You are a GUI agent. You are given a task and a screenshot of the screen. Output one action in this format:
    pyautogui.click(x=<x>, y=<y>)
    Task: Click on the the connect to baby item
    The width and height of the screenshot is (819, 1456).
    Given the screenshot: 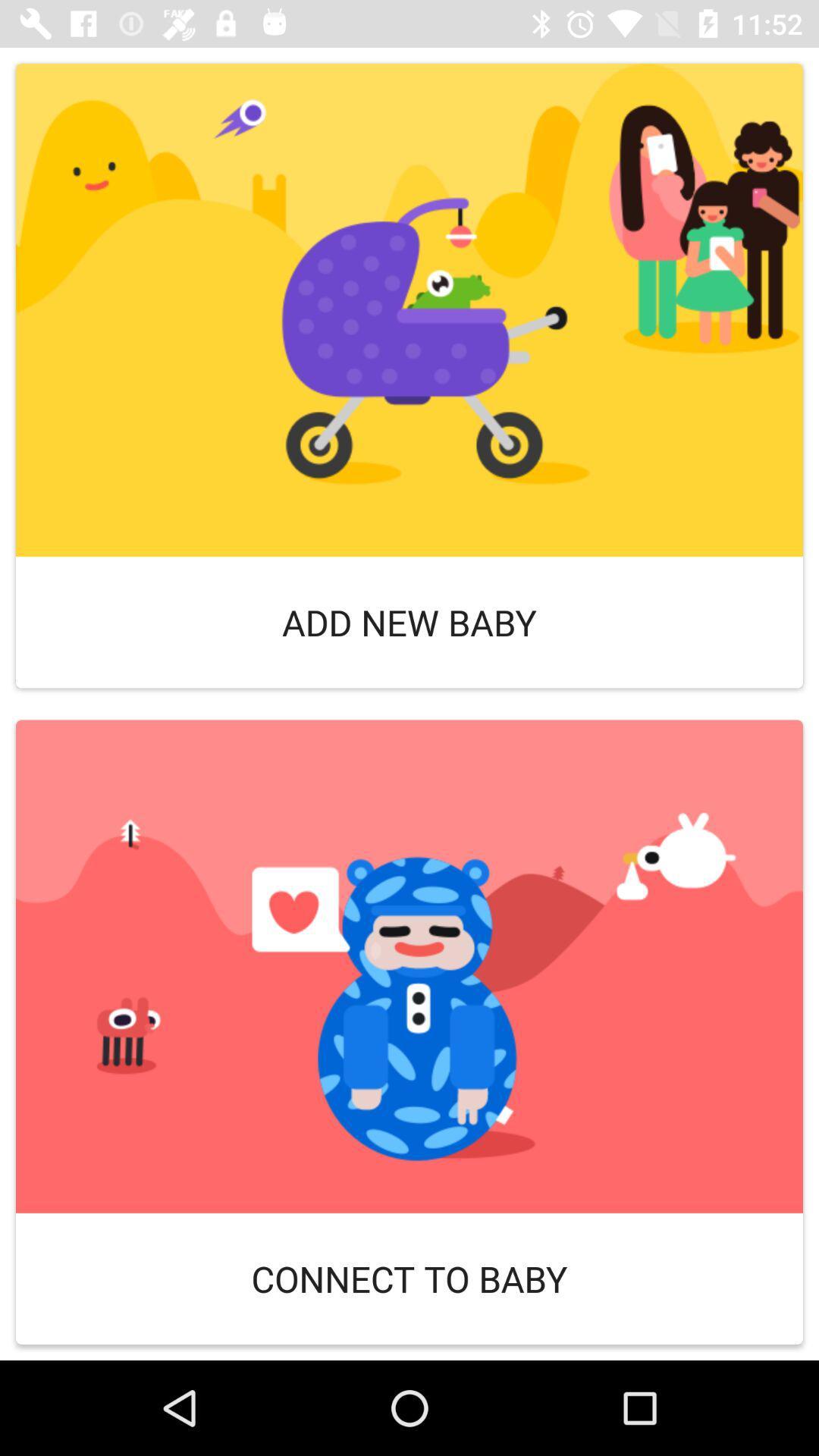 What is the action you would take?
    pyautogui.click(x=409, y=1278)
    